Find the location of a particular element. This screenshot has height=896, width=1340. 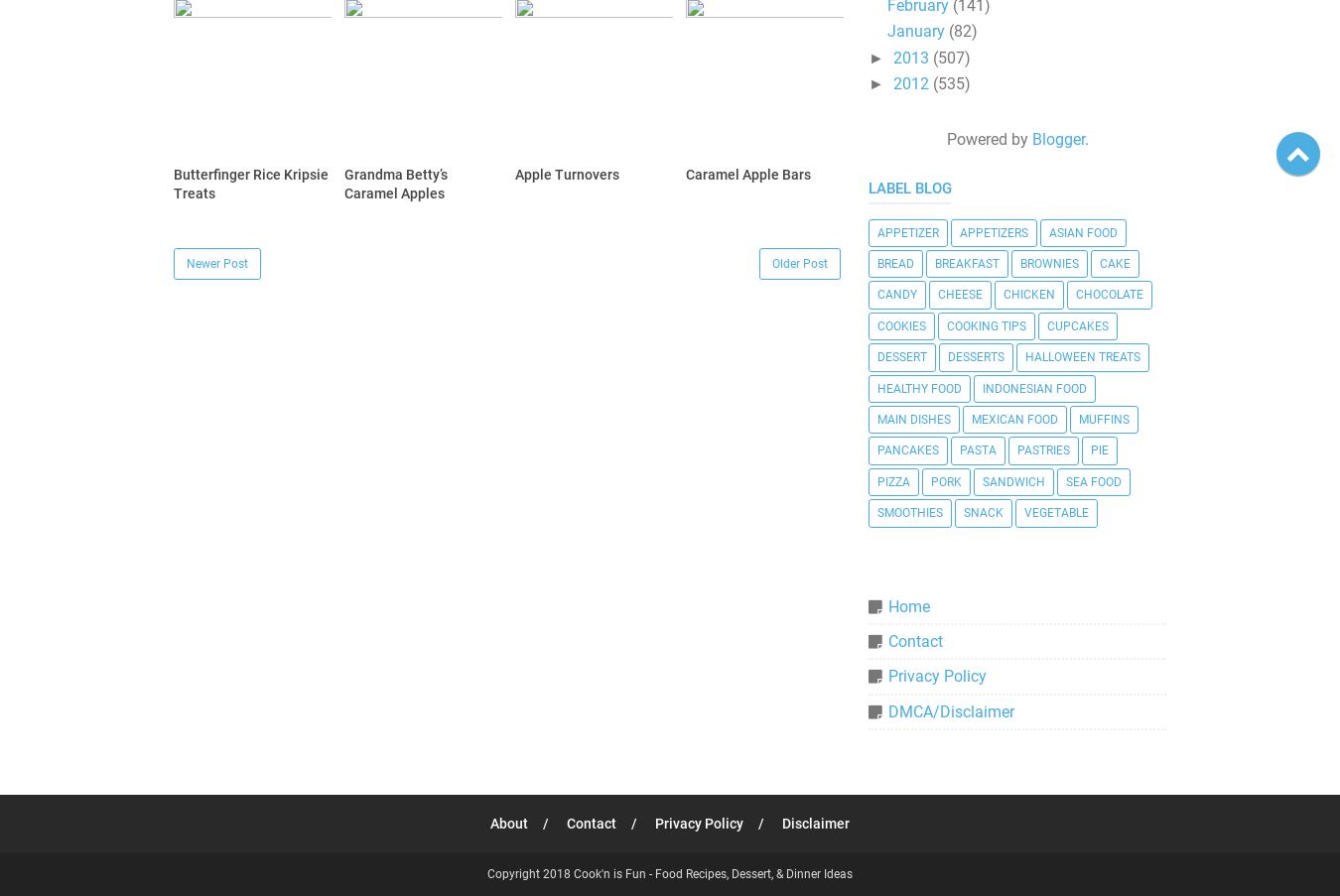

'Powered by' is located at coordinates (988, 137).